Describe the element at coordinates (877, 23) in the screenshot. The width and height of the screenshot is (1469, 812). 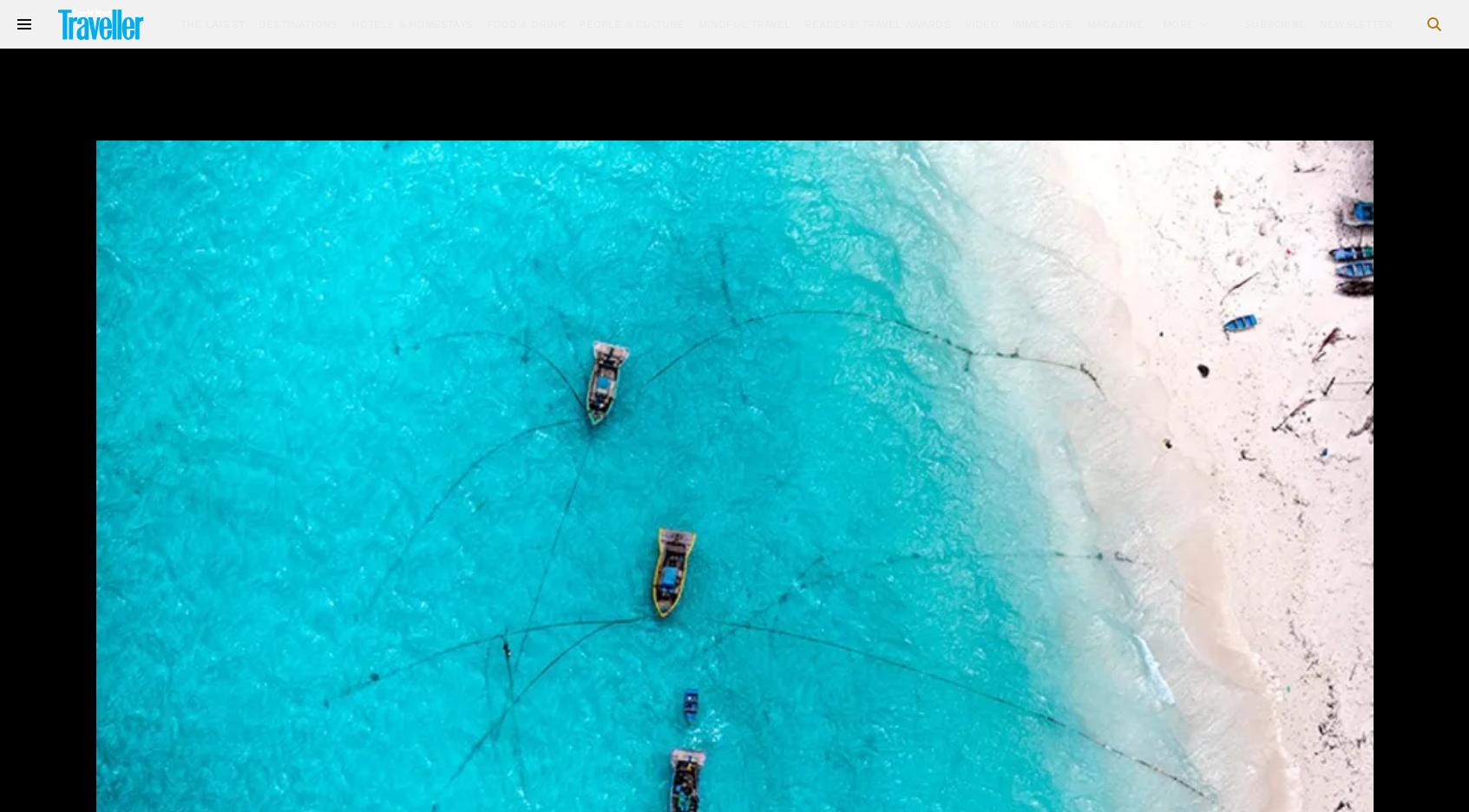
I see `'Readers' Travel Awards'` at that location.